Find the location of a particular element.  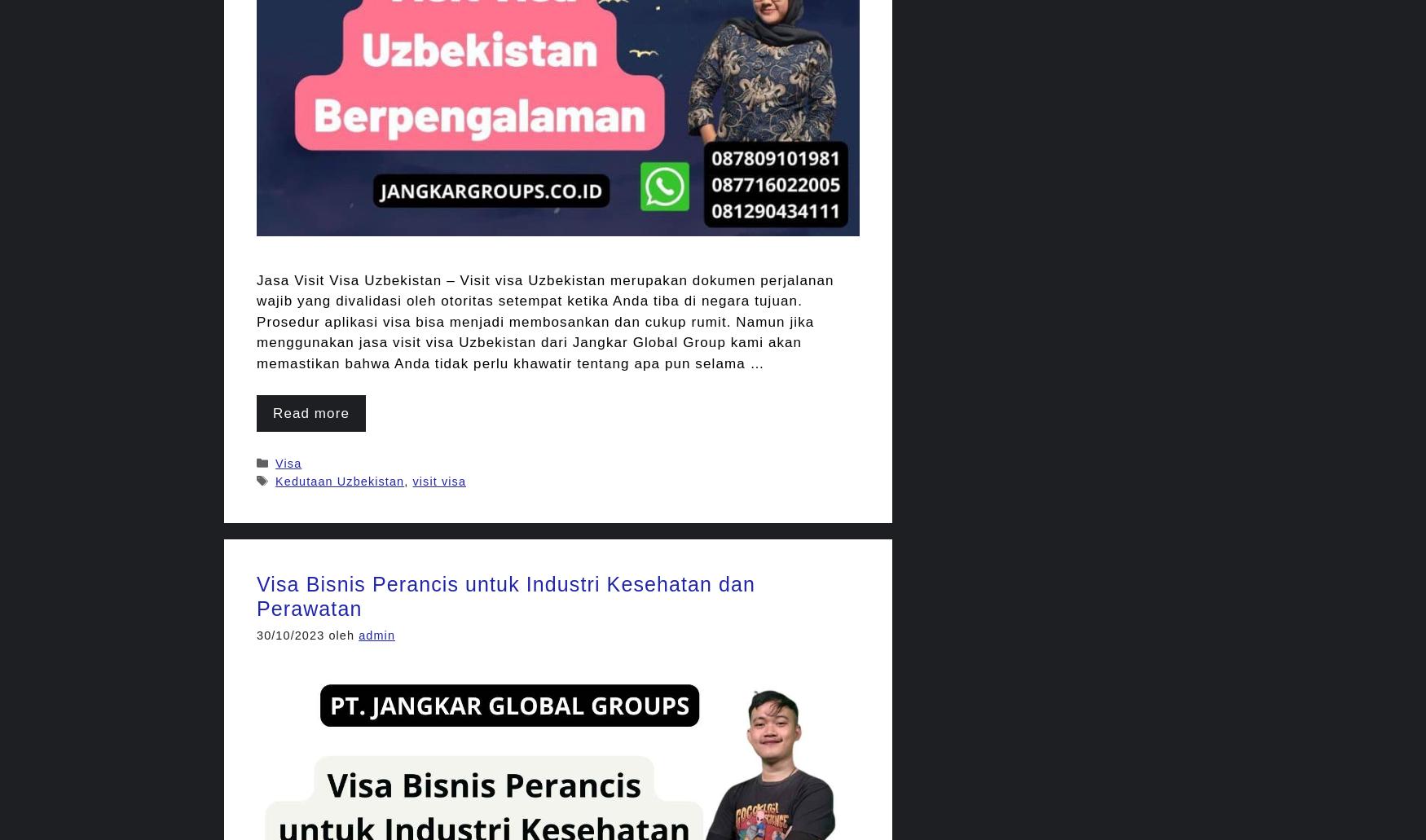

',' is located at coordinates (407, 480).